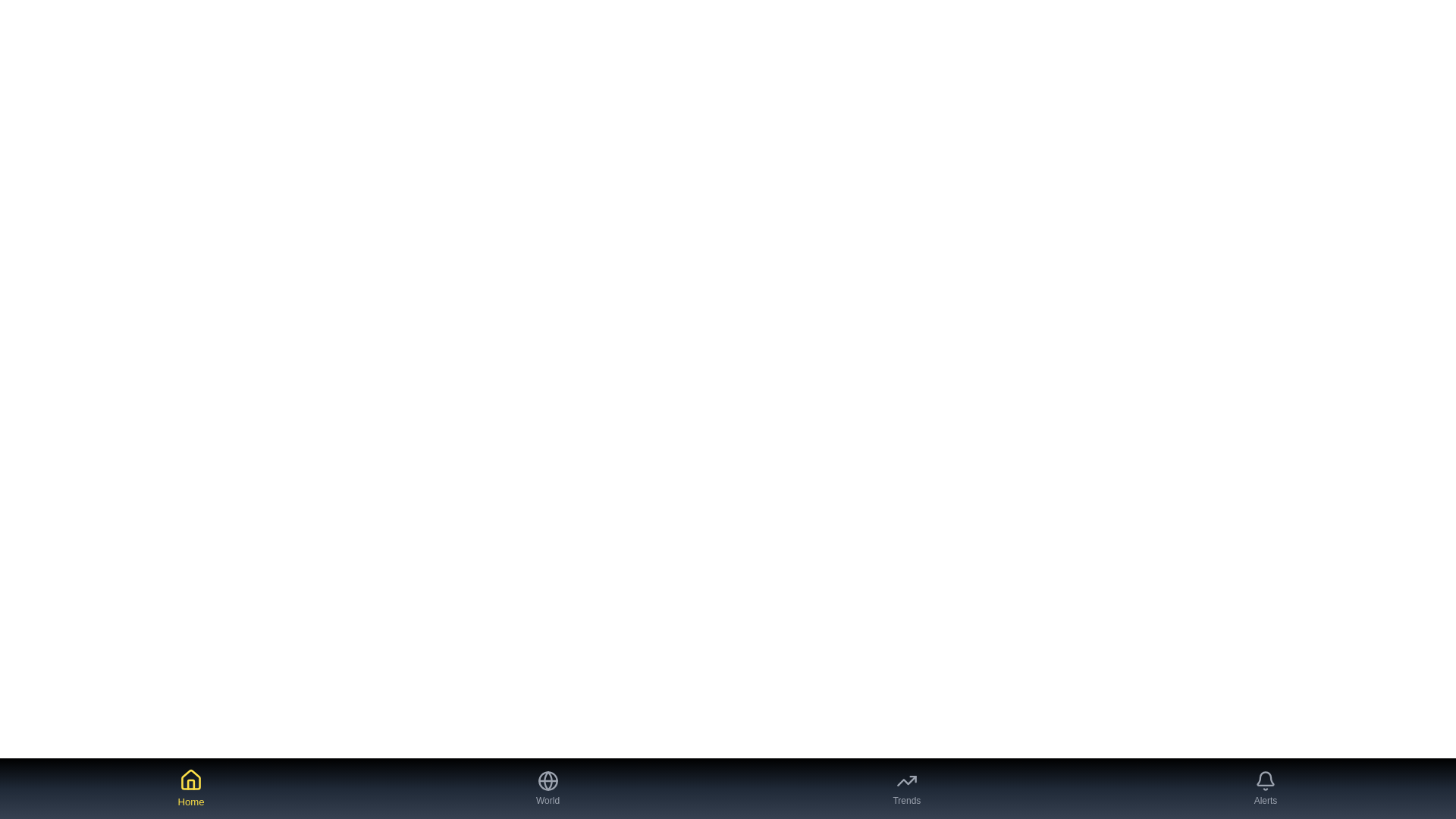  What do you see at coordinates (547, 788) in the screenshot?
I see `the World button to observe the hover effect` at bounding box center [547, 788].